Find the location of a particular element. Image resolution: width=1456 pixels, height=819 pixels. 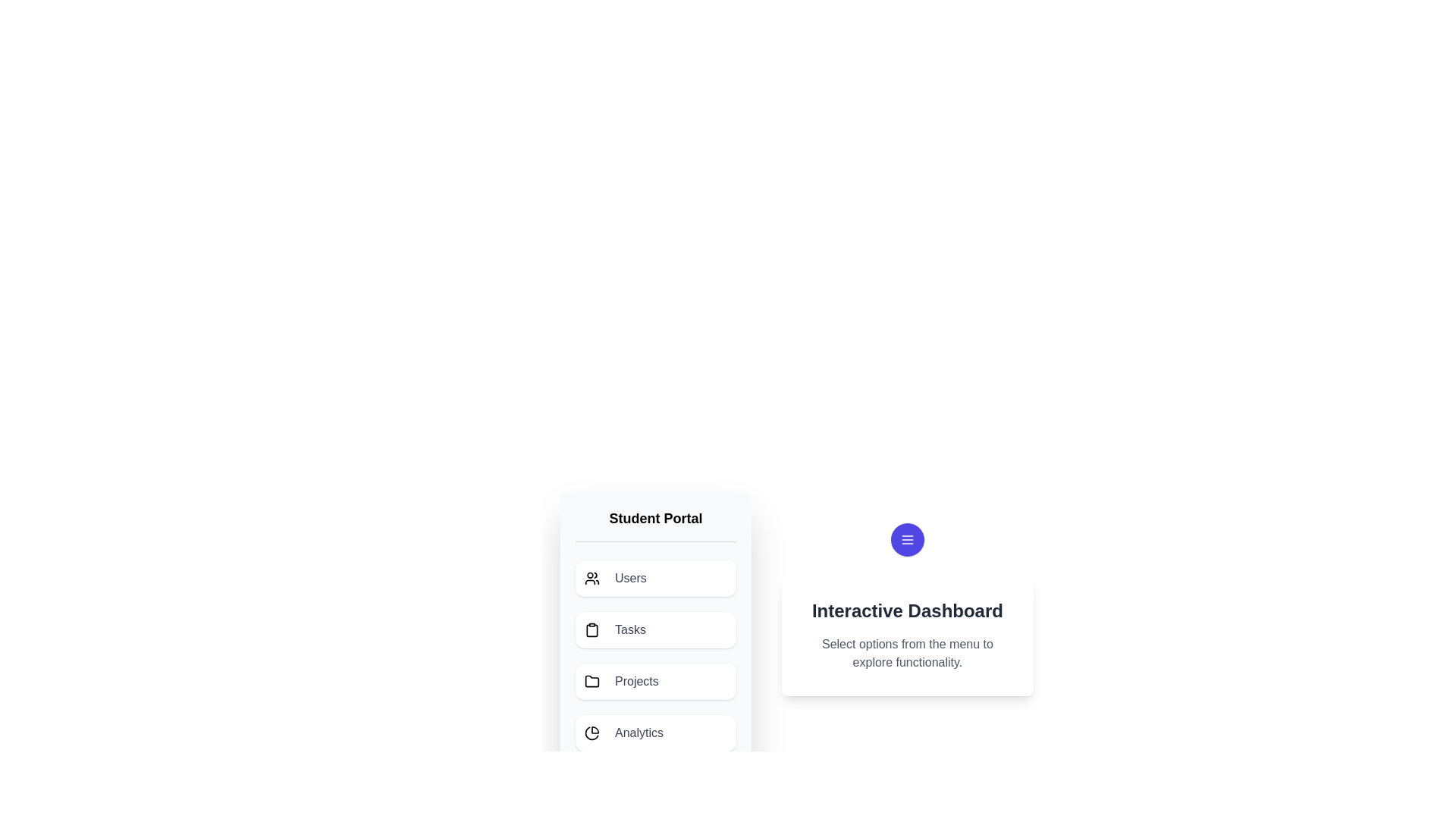

the menu item Tasks from the list is located at coordinates (655, 629).